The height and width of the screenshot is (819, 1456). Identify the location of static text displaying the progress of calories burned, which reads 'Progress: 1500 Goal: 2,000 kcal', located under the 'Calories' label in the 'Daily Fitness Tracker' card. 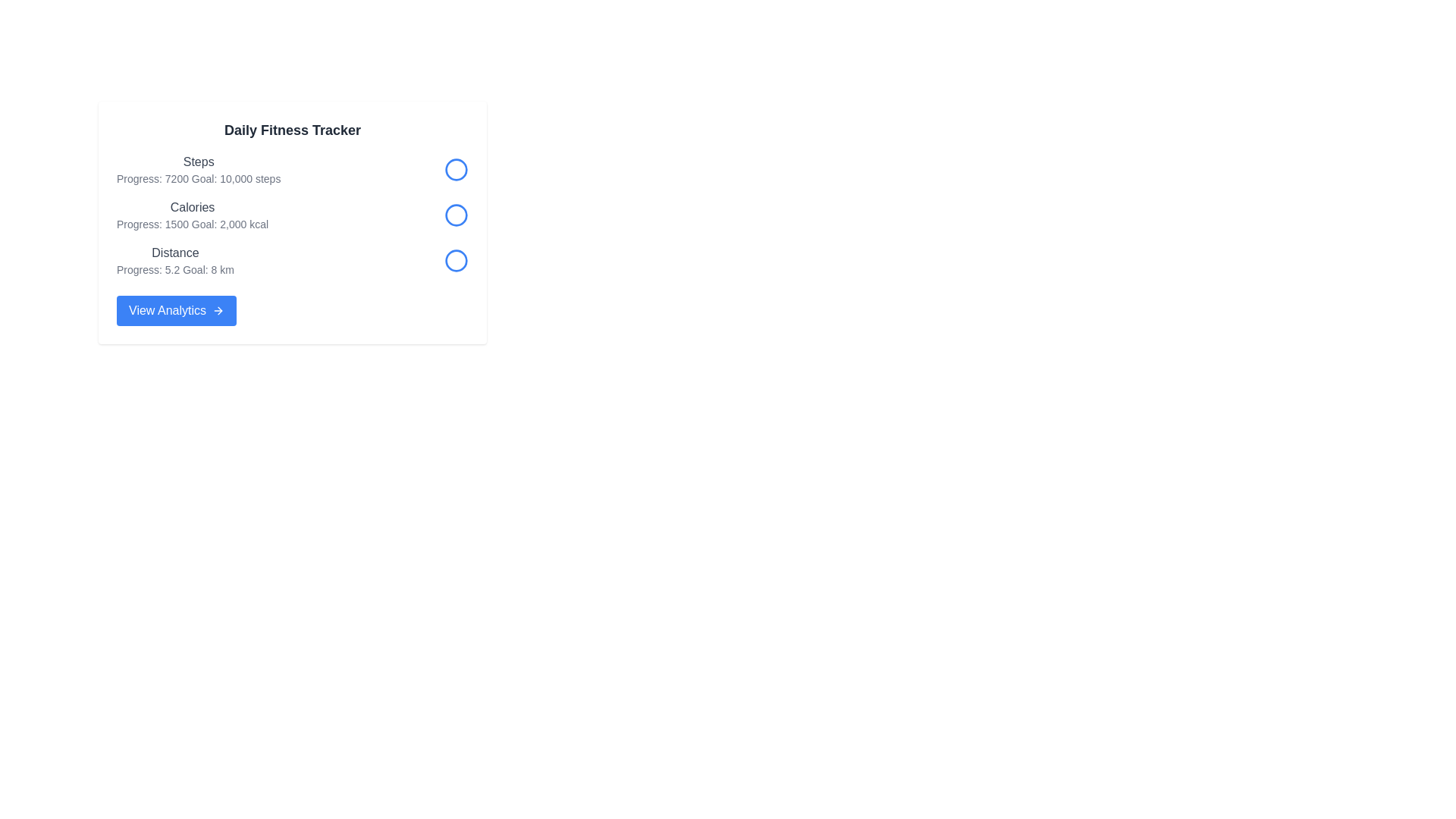
(192, 224).